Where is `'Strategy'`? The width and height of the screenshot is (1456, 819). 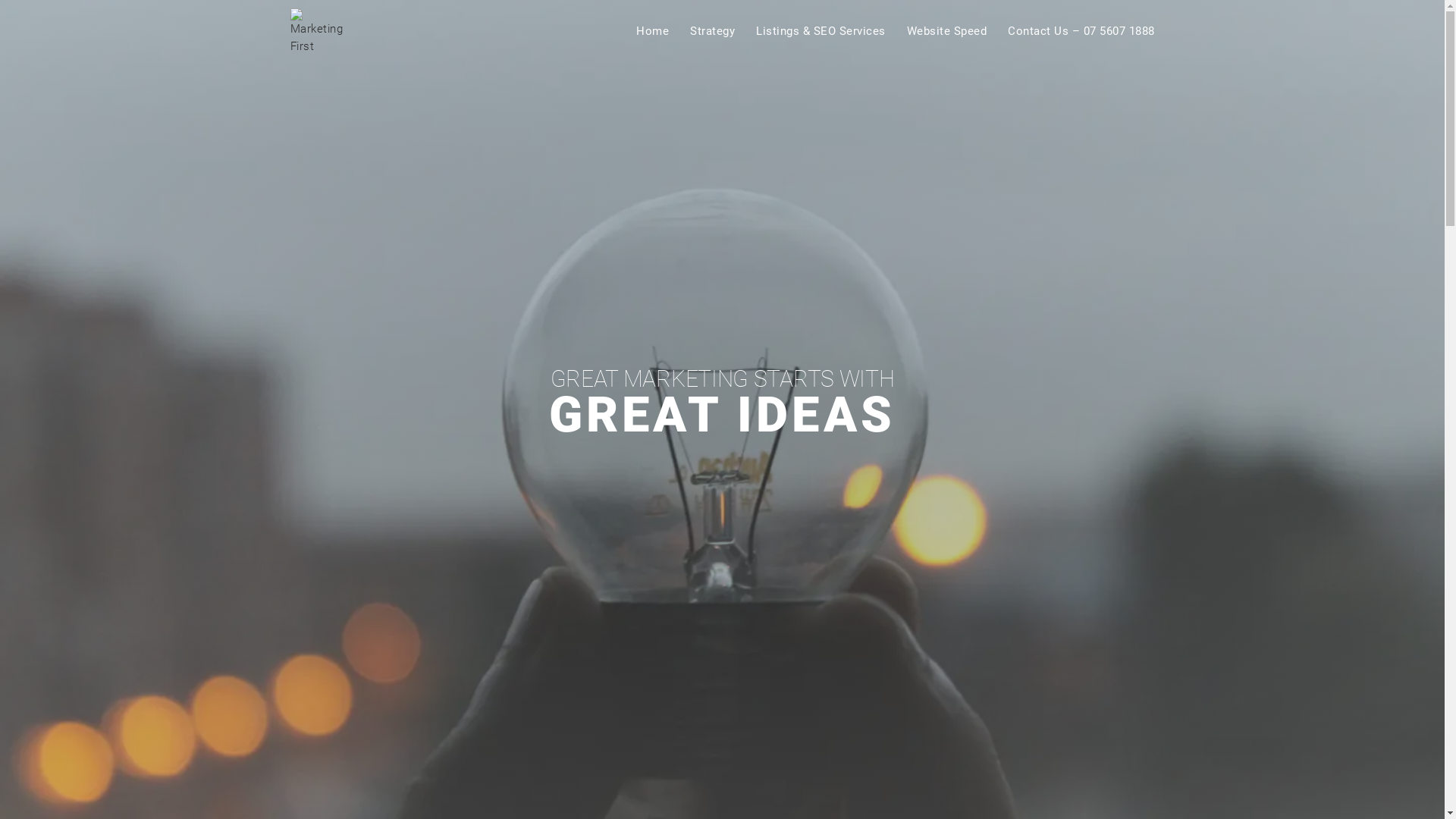
'Strategy' is located at coordinates (711, 31).